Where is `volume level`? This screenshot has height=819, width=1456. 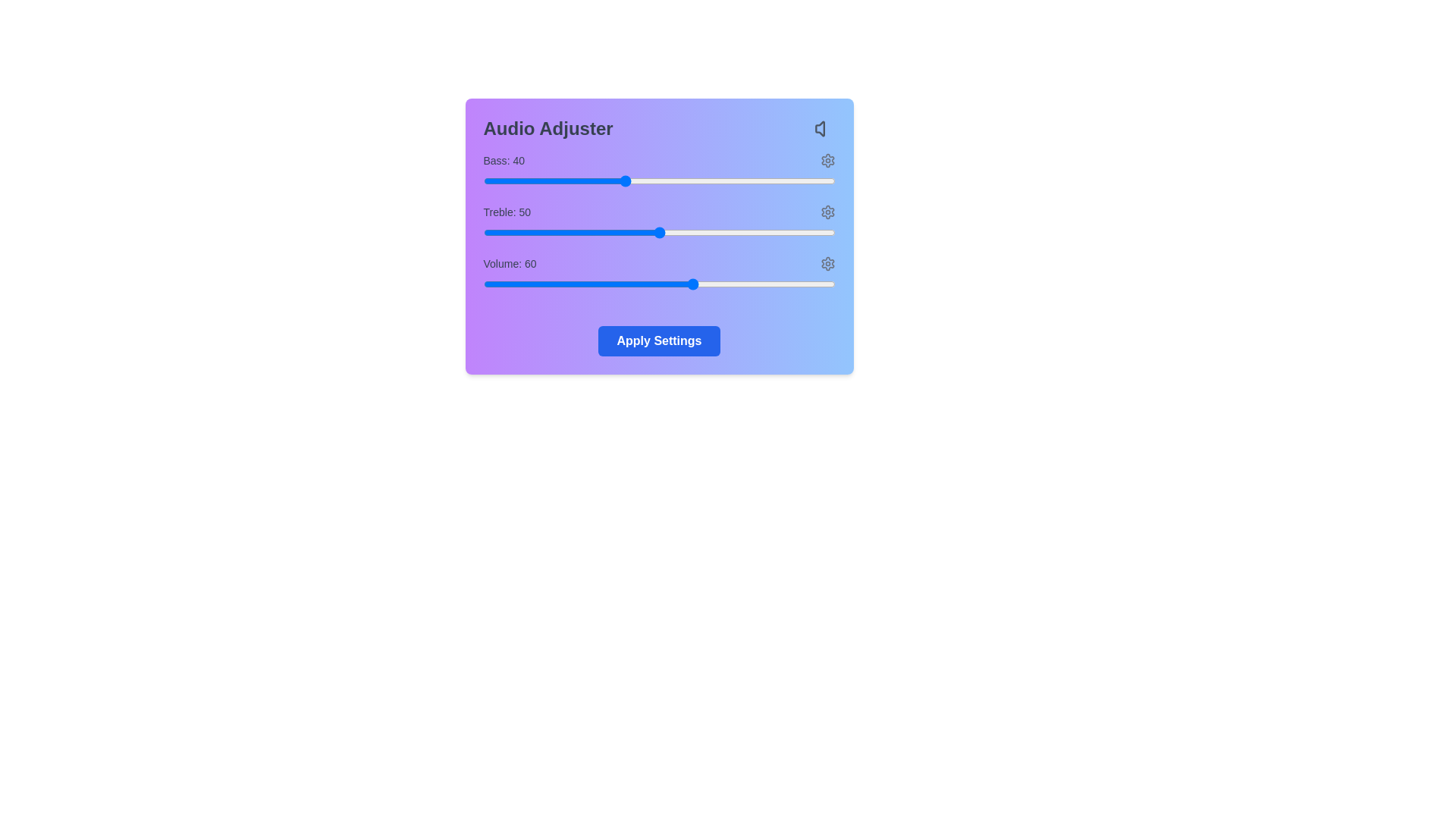
volume level is located at coordinates (566, 284).